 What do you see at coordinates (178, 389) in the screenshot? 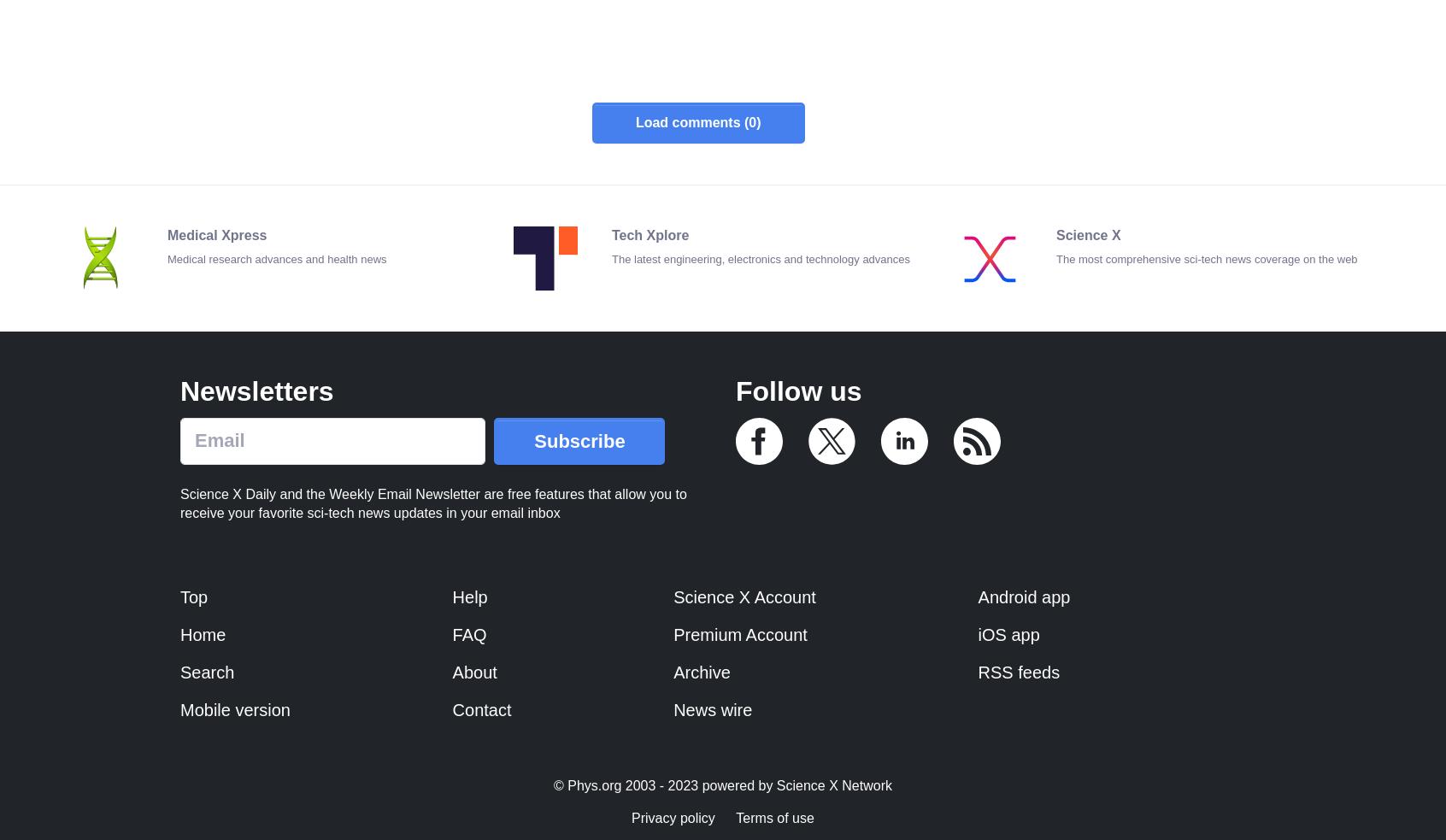
I see `'Newsletters'` at bounding box center [178, 389].